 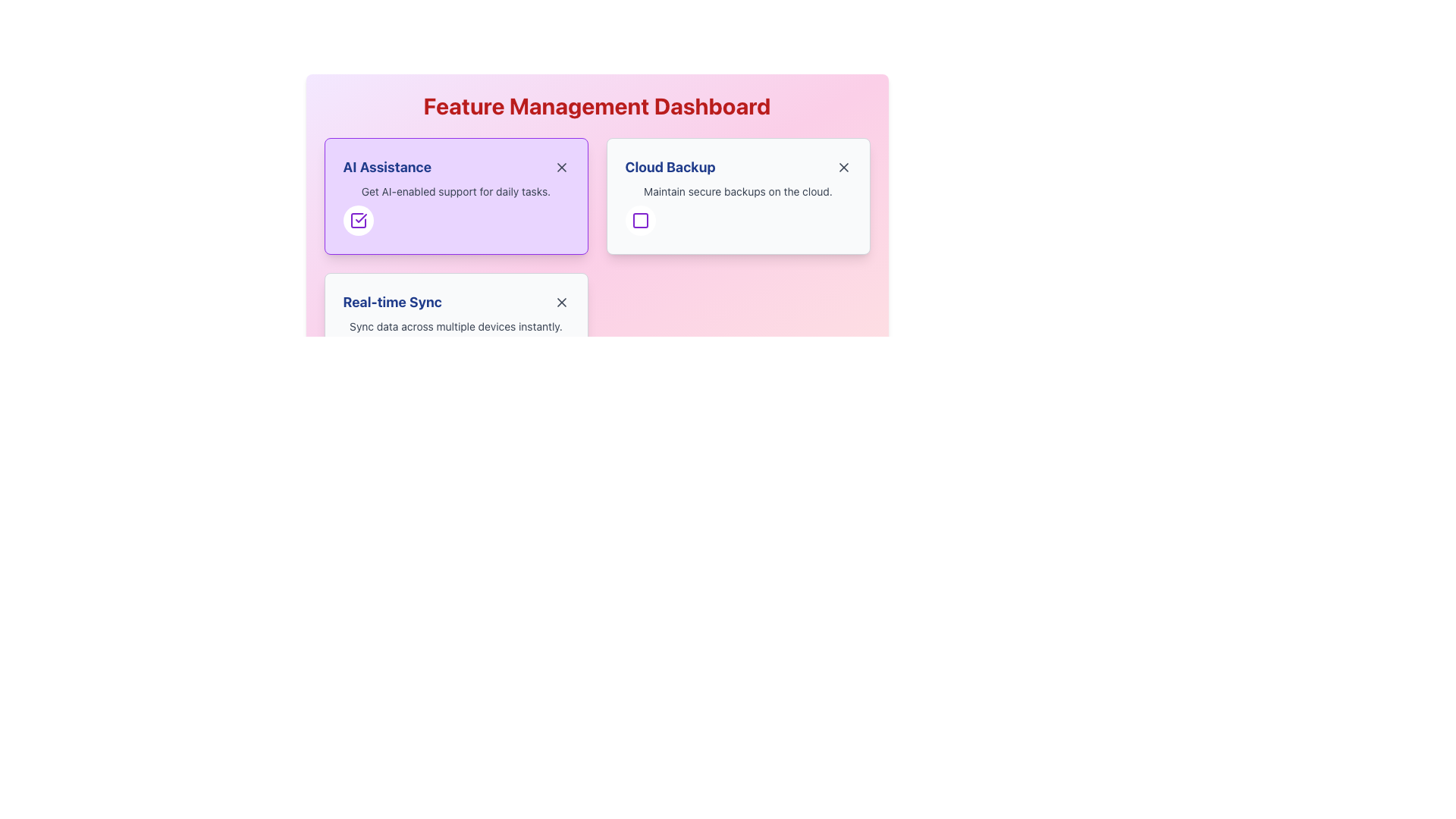 What do you see at coordinates (843, 167) in the screenshot?
I see `the button located at the top-right corner of the 'Cloud Backup' card to change its color` at bounding box center [843, 167].